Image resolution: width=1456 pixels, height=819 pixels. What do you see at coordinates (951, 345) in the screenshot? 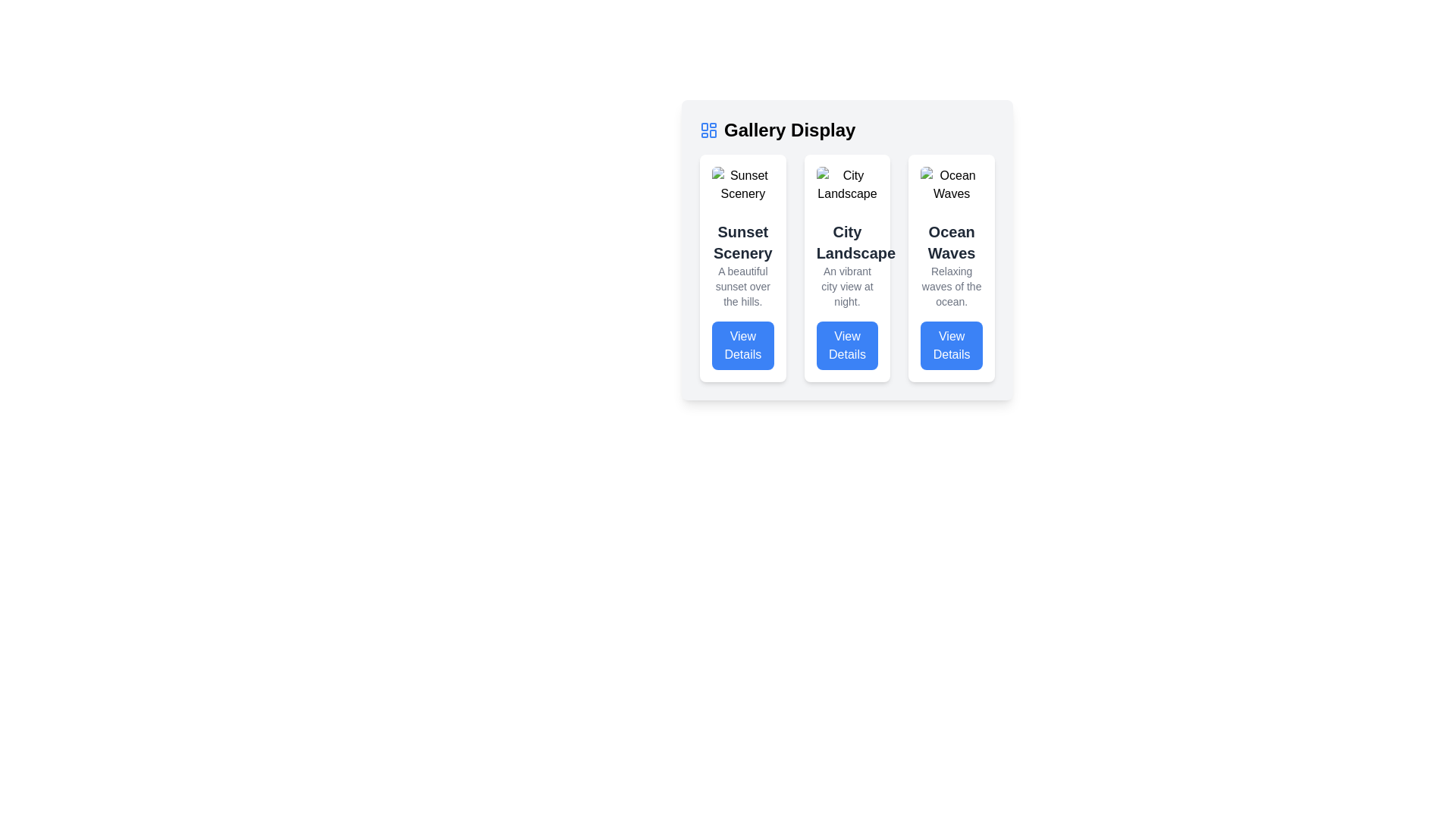
I see `the button located at the bottom of the 'Ocean Waves' card` at bounding box center [951, 345].